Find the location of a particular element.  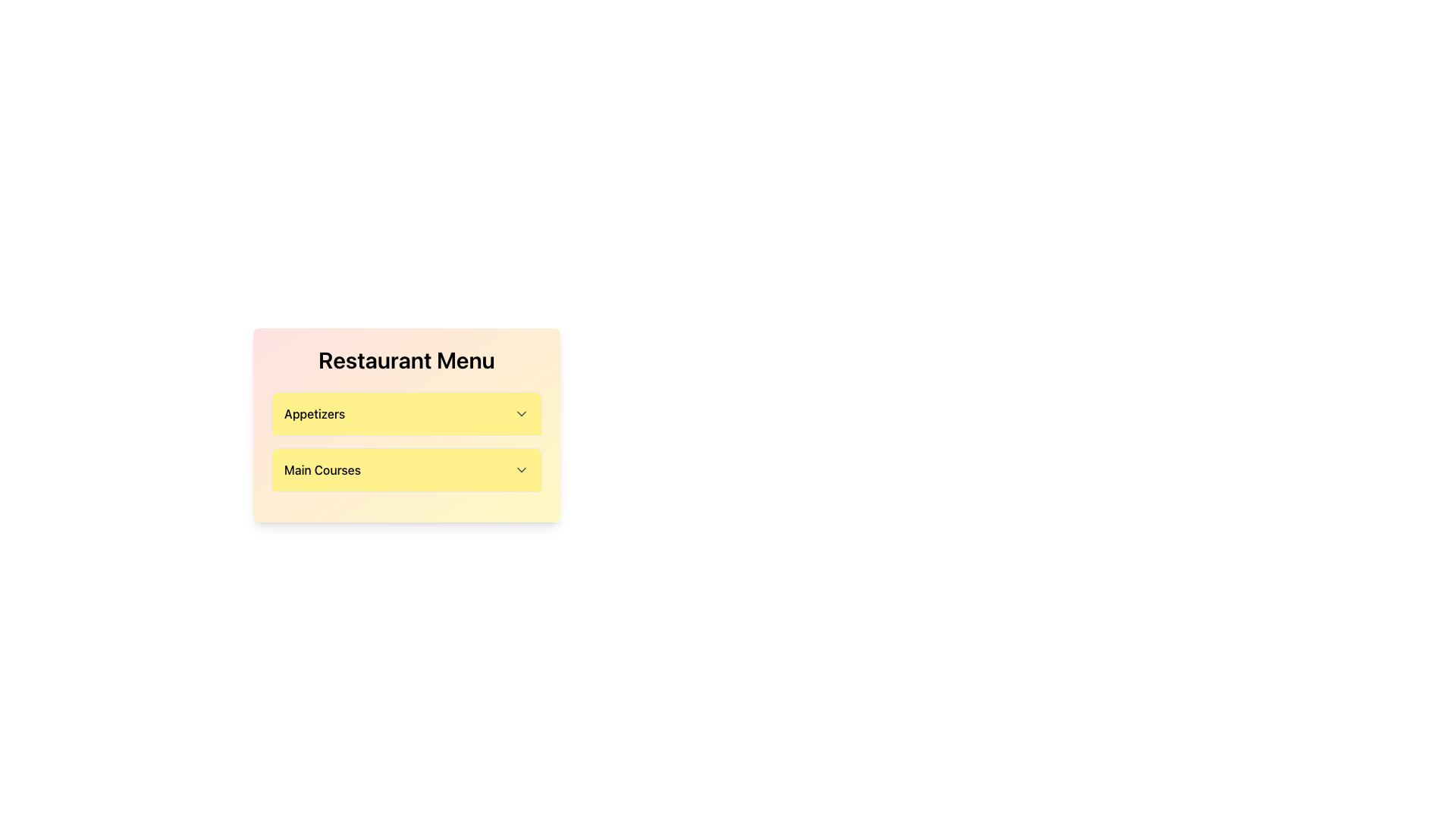

the Dropdown menu button labeled 'Appetizers' with a yellow background and a right-aligned downward-pointing chevron icon is located at coordinates (406, 414).